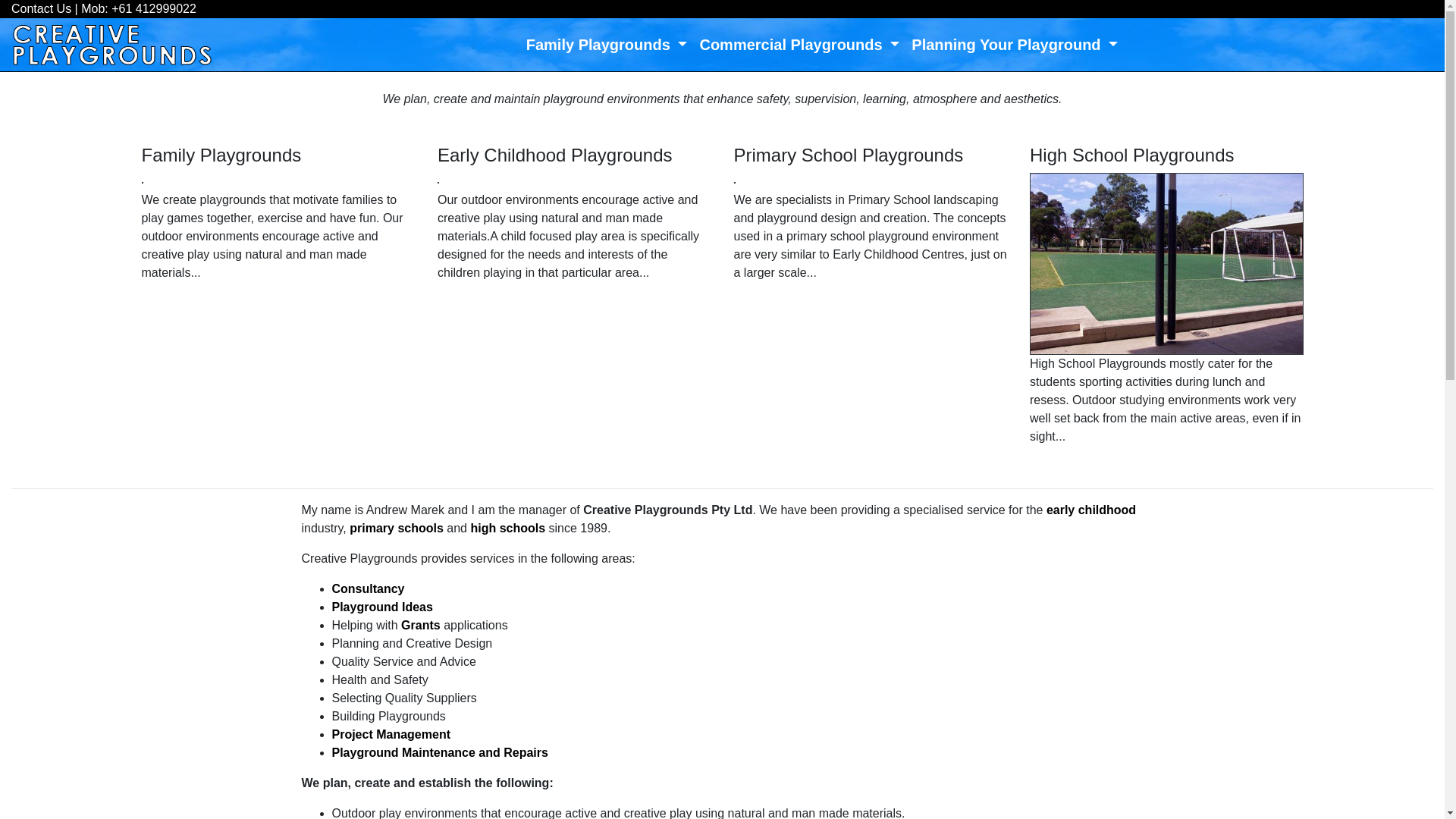 The height and width of the screenshot is (819, 1456). I want to click on '+61 412999022', so click(111, 8).